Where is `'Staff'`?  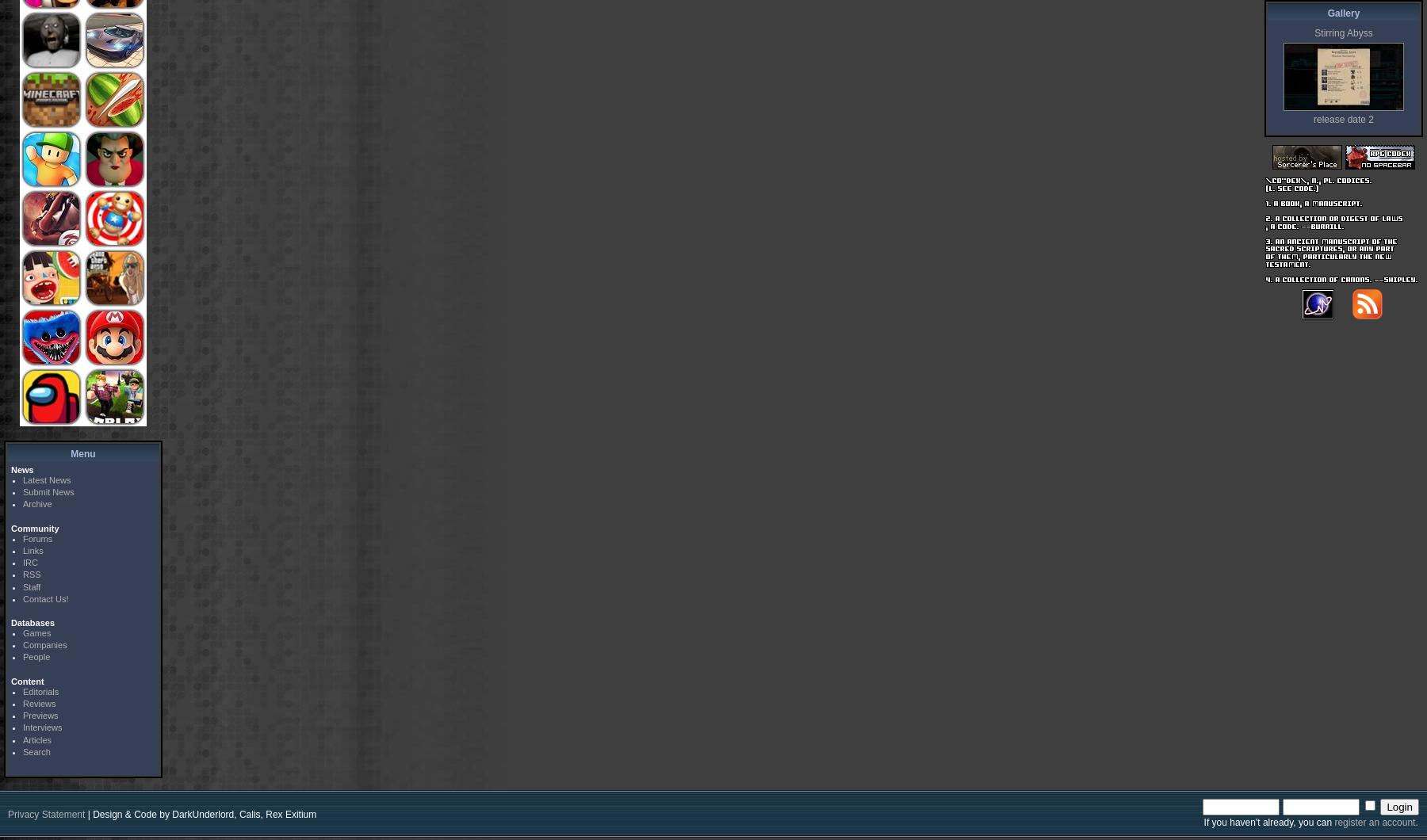
'Staff' is located at coordinates (30, 585).